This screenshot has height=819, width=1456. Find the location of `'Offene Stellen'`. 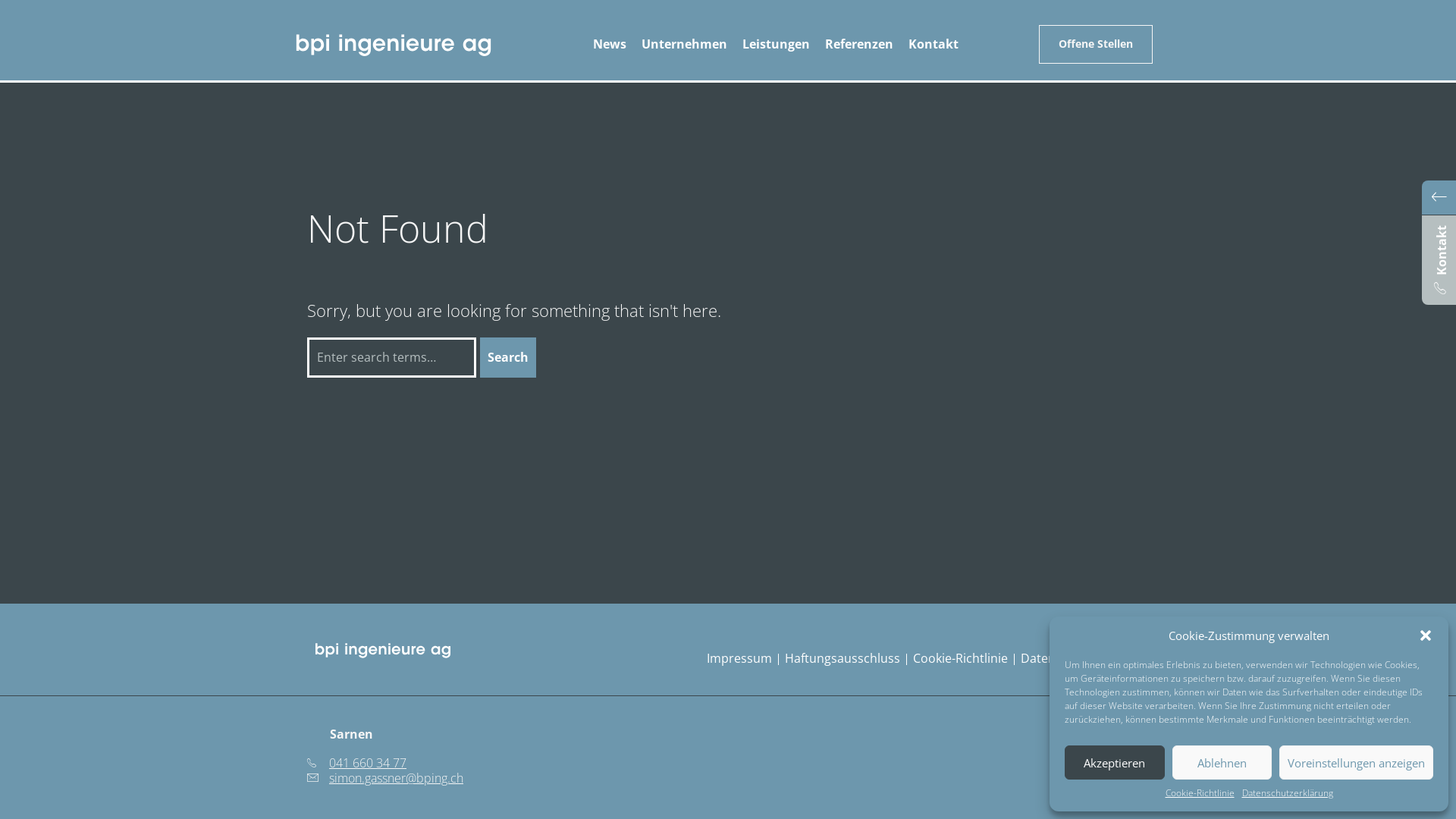

'Offene Stellen' is located at coordinates (1095, 43).